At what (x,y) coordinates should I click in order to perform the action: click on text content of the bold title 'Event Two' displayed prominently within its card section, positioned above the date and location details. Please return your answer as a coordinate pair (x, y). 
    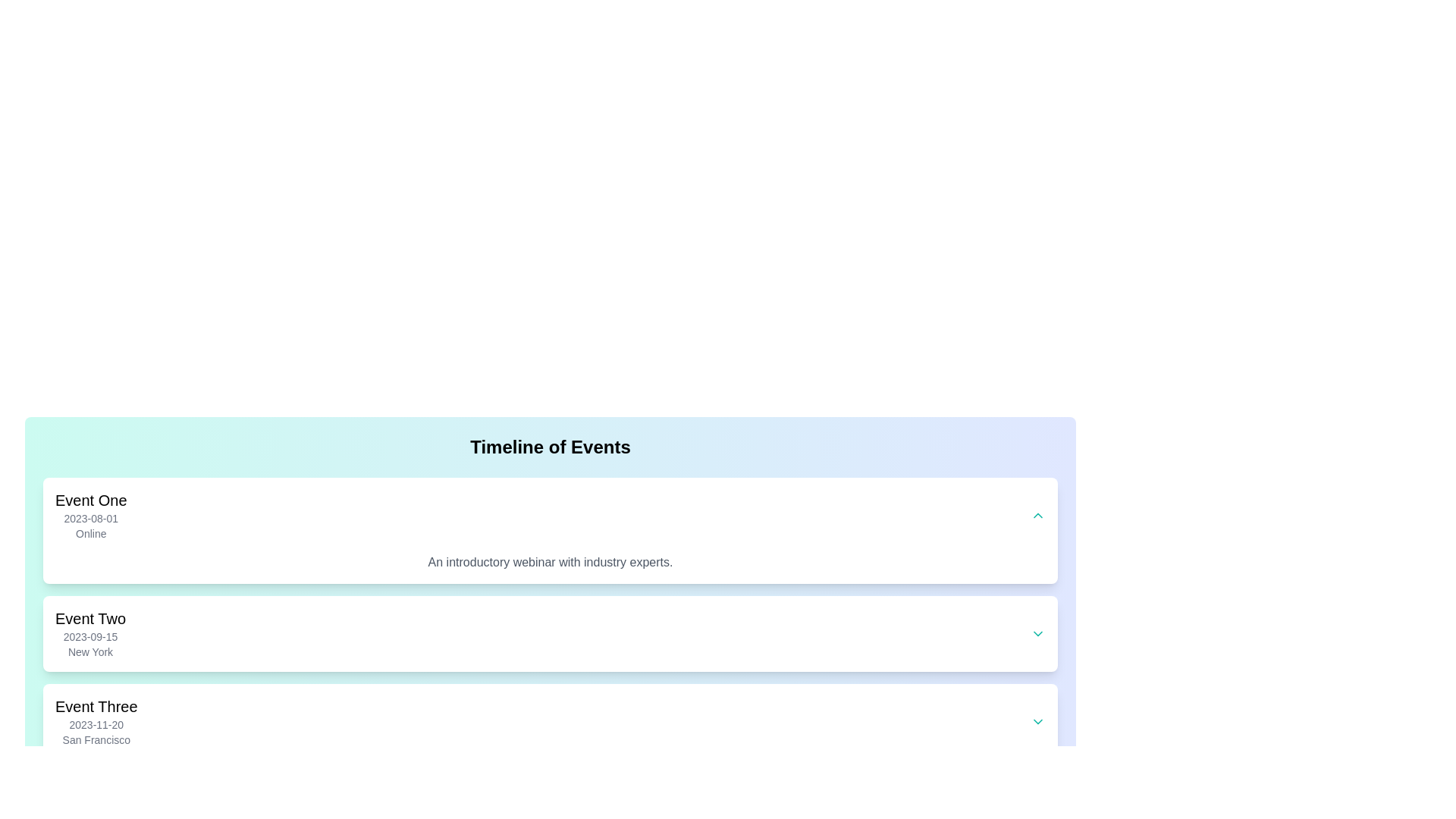
    Looking at the image, I should click on (89, 619).